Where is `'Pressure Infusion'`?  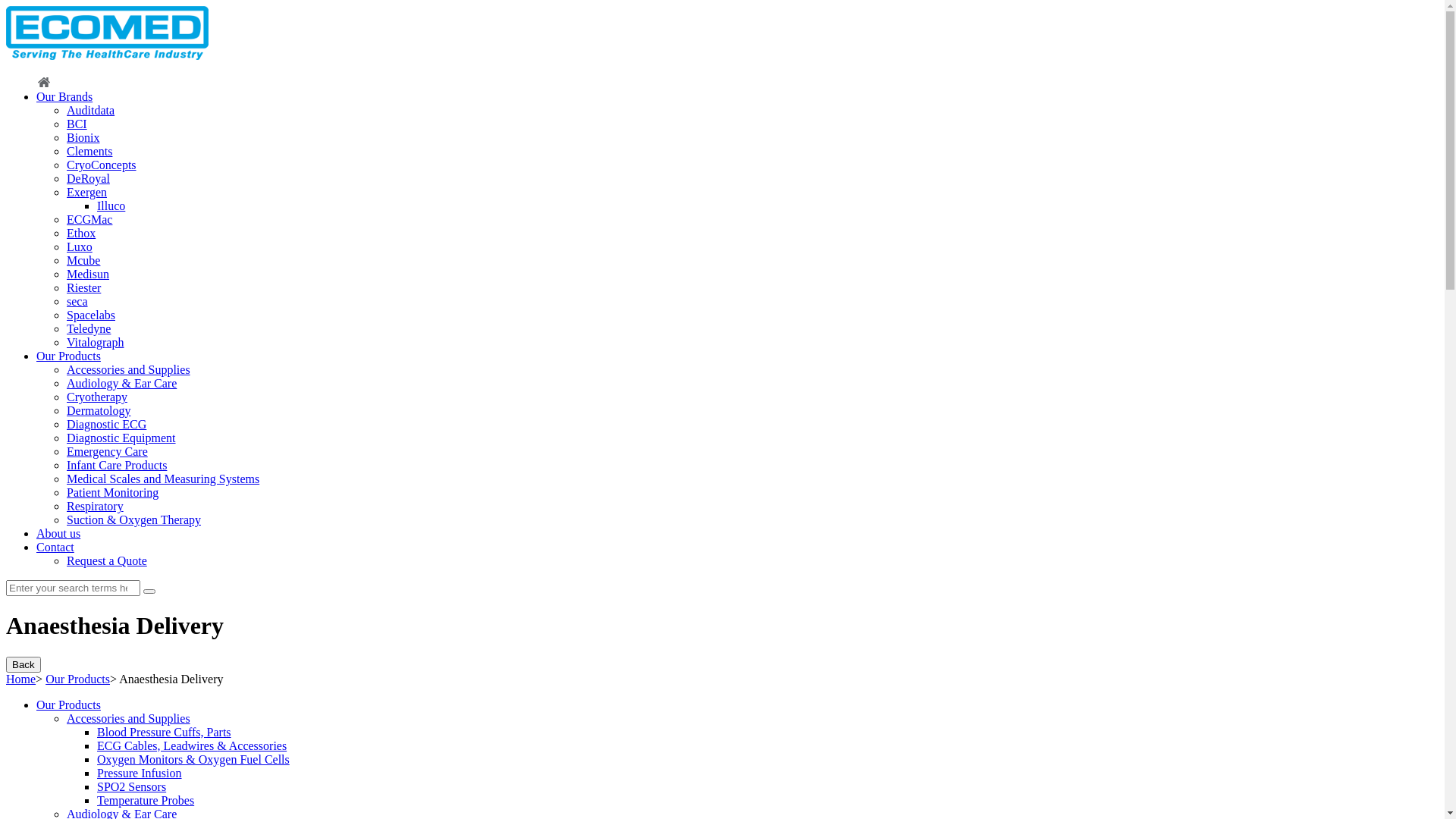 'Pressure Infusion' is located at coordinates (96, 773).